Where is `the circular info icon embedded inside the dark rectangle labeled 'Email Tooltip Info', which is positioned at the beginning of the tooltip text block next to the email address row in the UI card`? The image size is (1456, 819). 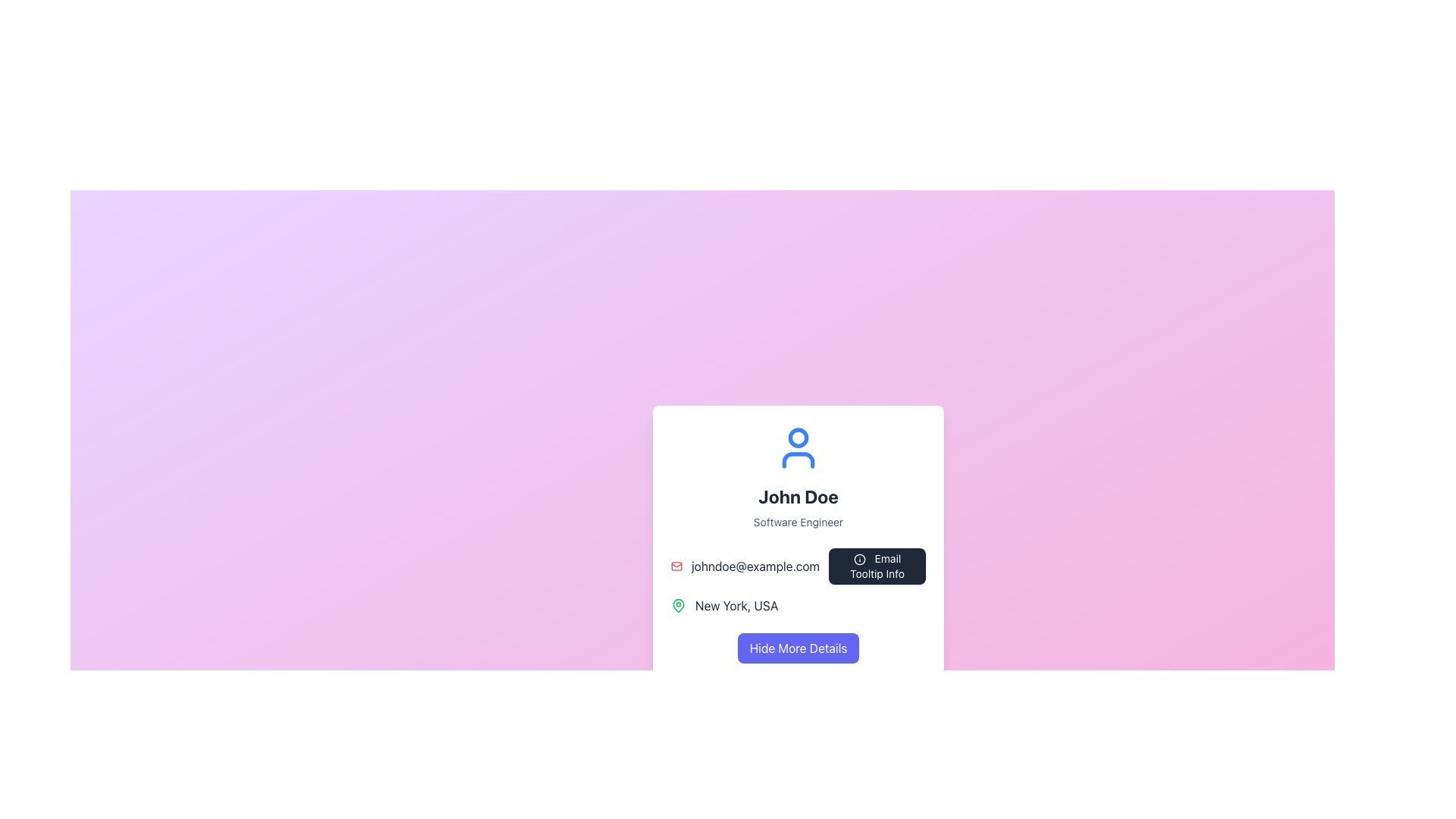 the circular info icon embedded inside the dark rectangle labeled 'Email Tooltip Info', which is positioned at the beginning of the tooltip text block next to the email address row in the UI card is located at coordinates (859, 560).